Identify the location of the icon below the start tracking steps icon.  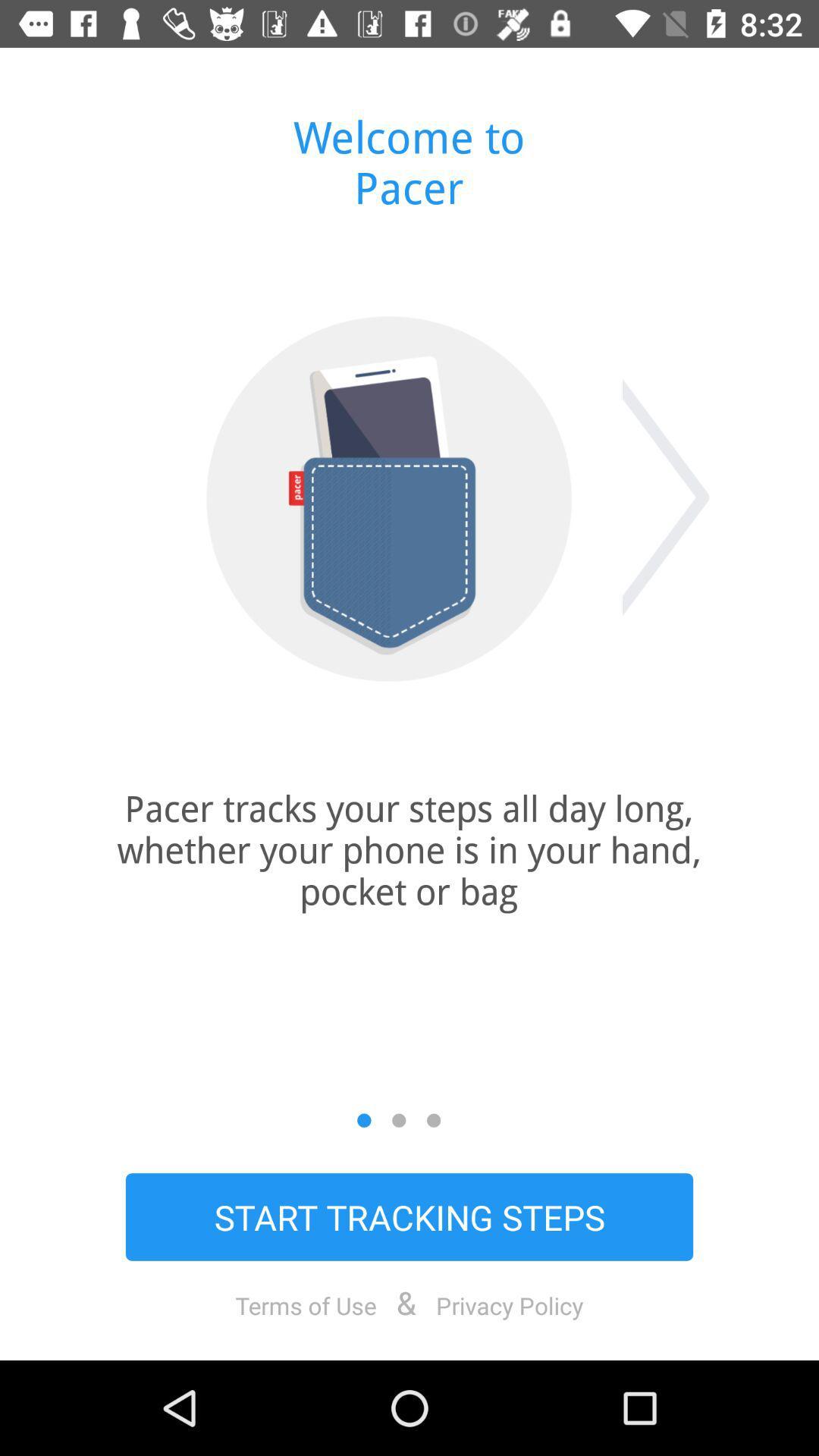
(510, 1304).